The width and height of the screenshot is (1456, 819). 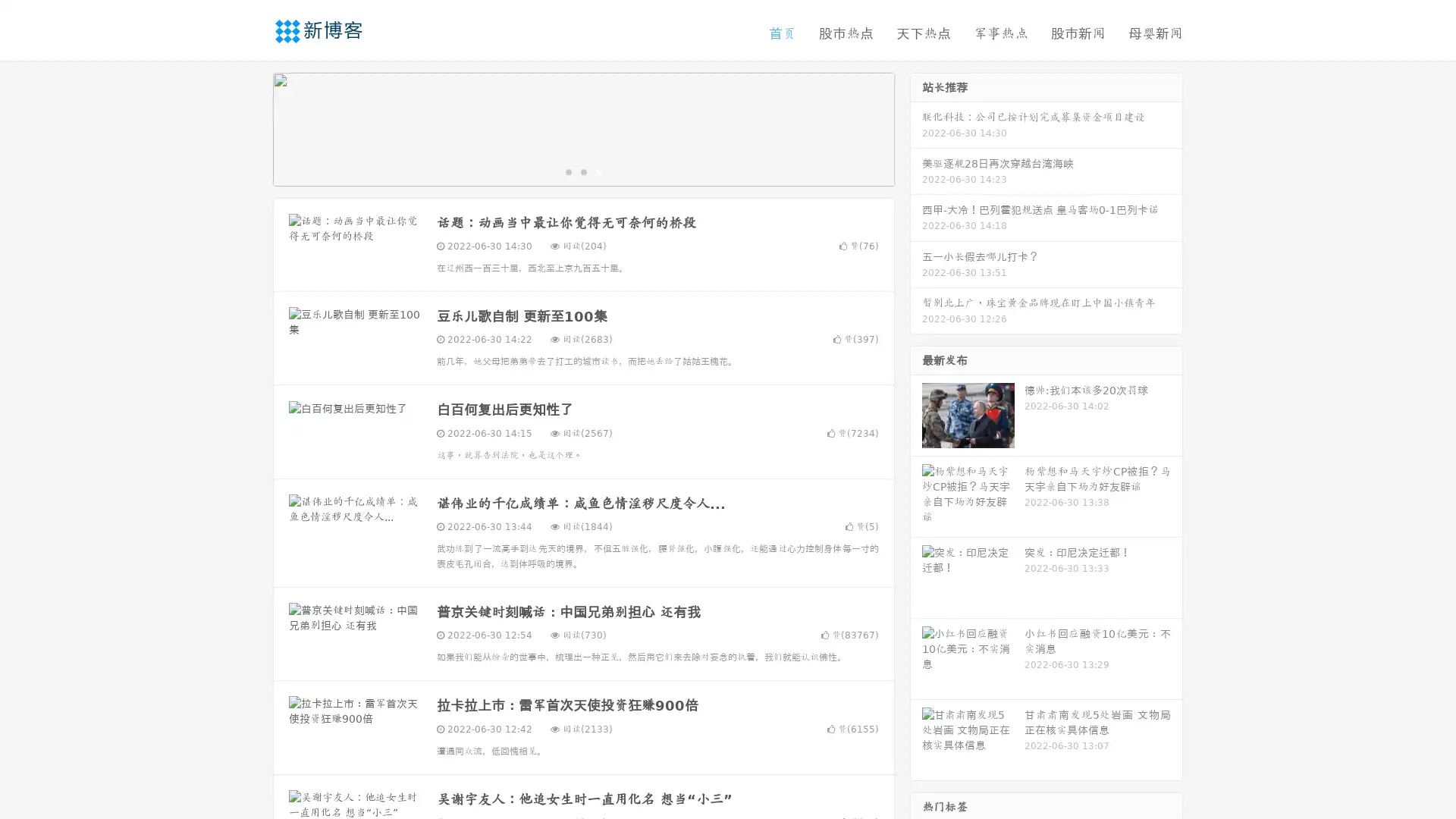 What do you see at coordinates (916, 127) in the screenshot?
I see `Next slide` at bounding box center [916, 127].